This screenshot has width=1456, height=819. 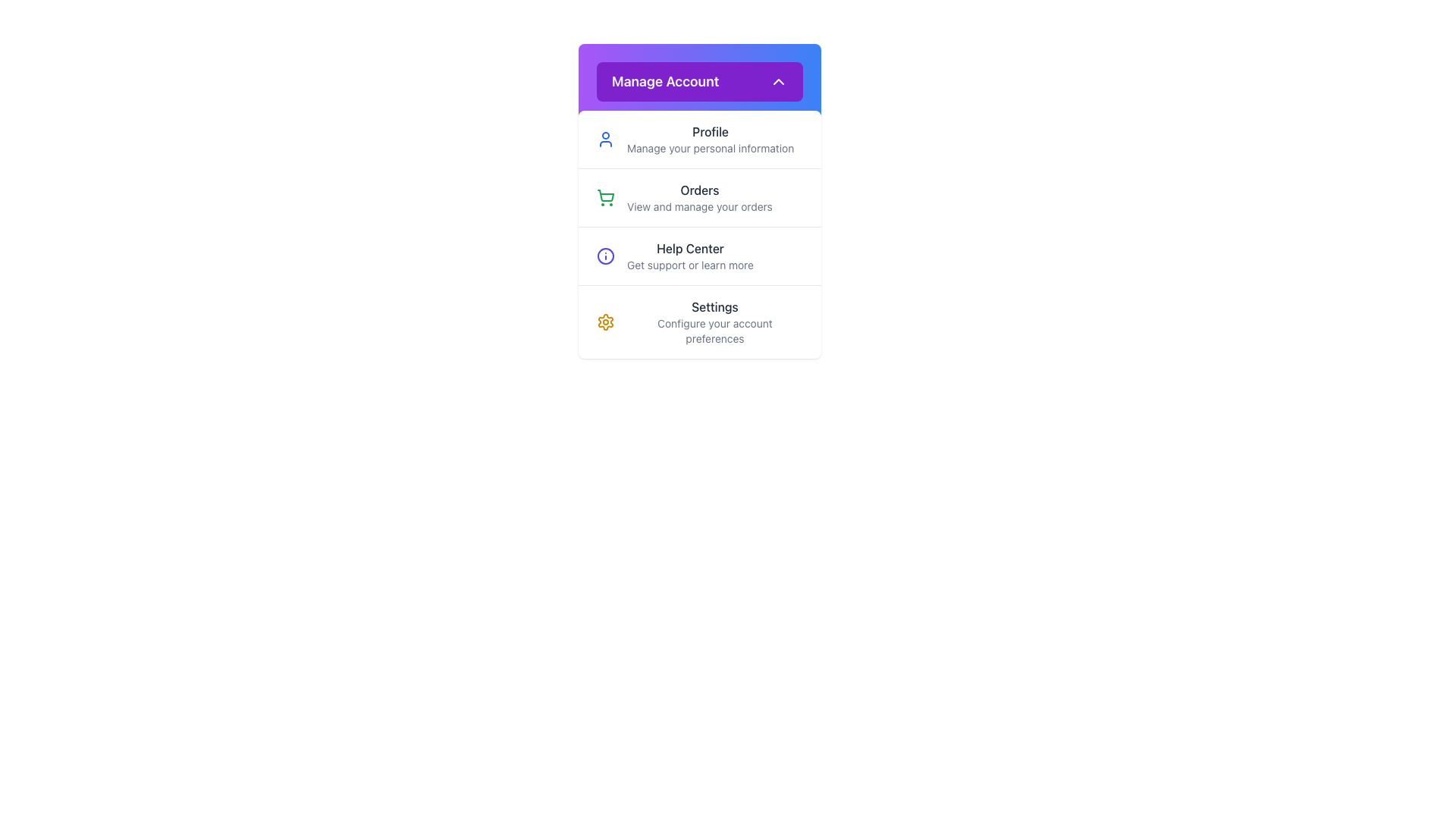 What do you see at coordinates (689, 256) in the screenshot?
I see `the Text block under 'Manage Account' that provides access to the help center page or support resources` at bounding box center [689, 256].